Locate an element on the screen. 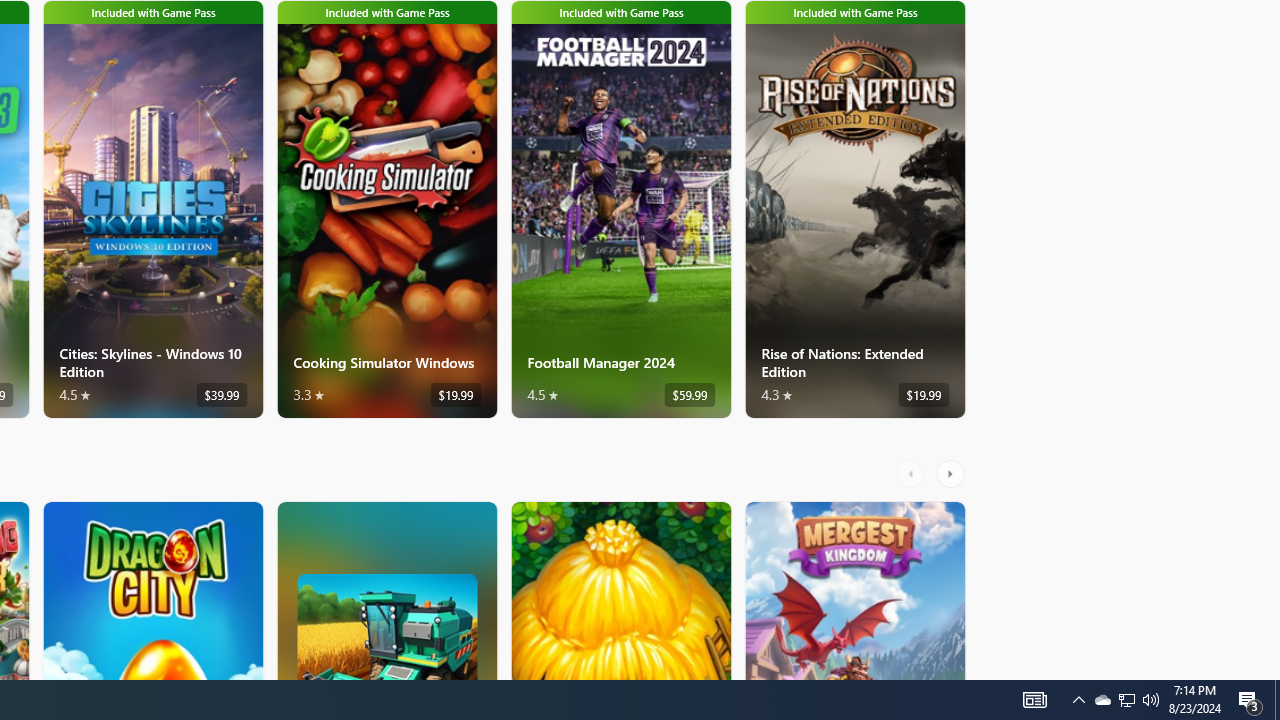 This screenshot has width=1280, height=720. 'The Tribez. Average rating of 4.6 out of five stars. Free  ' is located at coordinates (619, 589).